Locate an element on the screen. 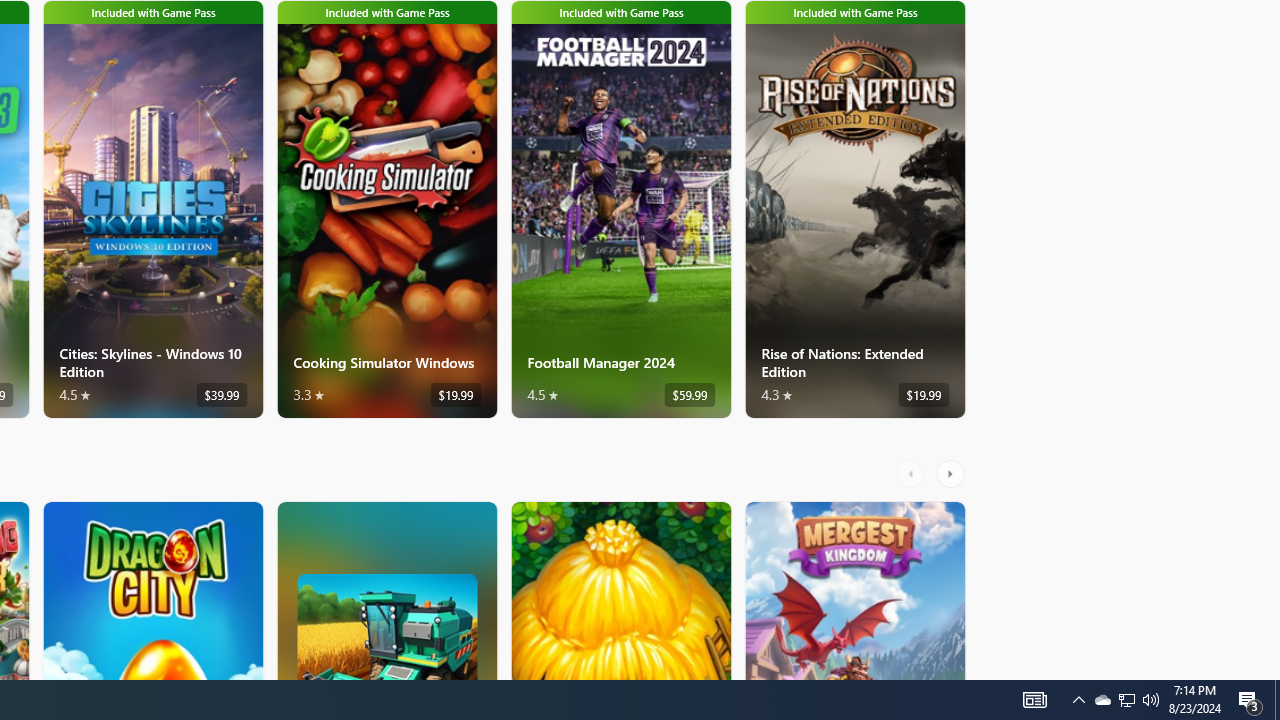 This screenshot has width=1280, height=720. 'The Tribez. Average rating of 4.6 out of five stars. Free  ' is located at coordinates (619, 589).